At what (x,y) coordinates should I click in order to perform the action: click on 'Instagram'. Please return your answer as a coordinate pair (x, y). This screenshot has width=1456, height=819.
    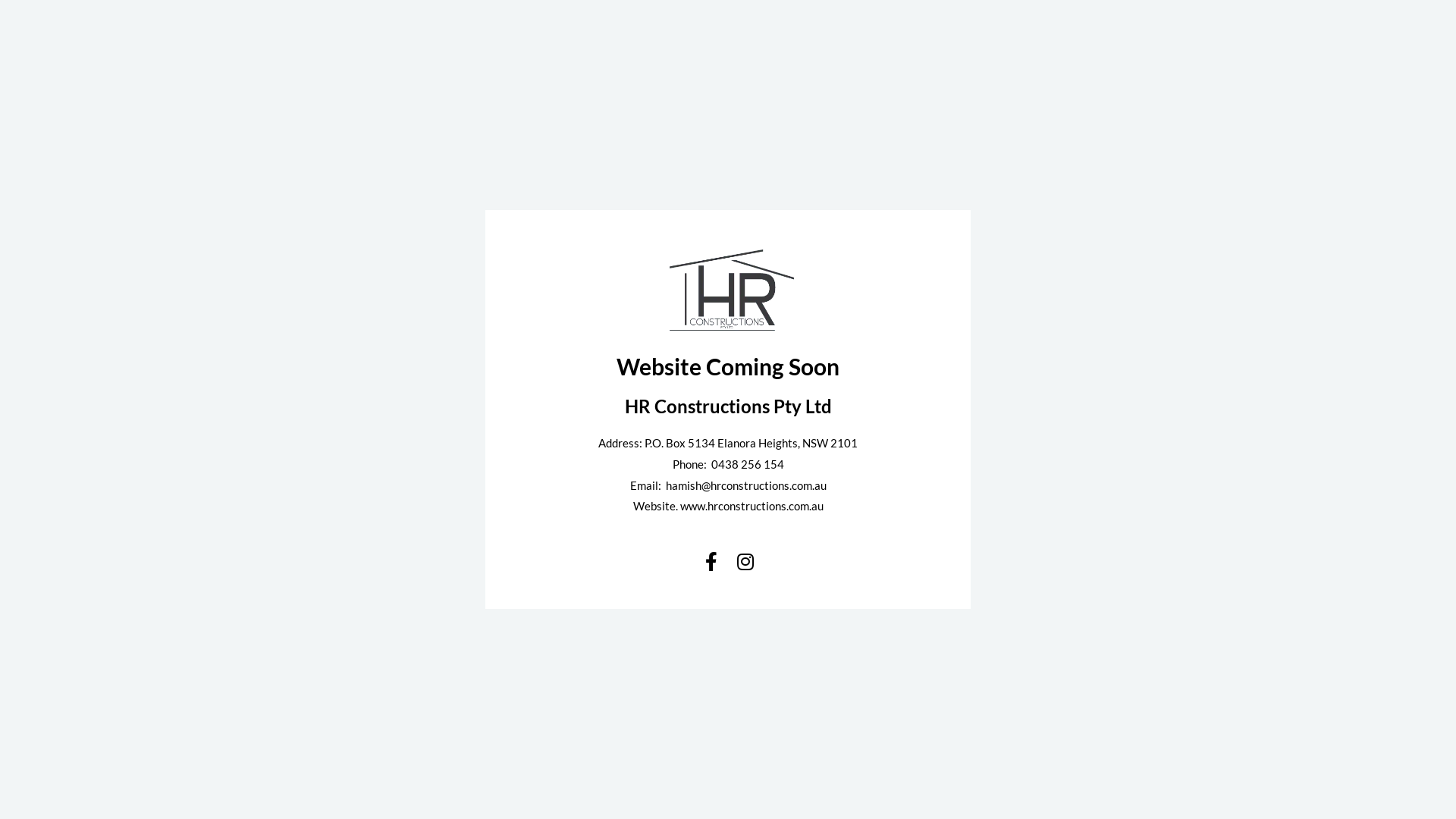
    Looking at the image, I should click on (745, 561).